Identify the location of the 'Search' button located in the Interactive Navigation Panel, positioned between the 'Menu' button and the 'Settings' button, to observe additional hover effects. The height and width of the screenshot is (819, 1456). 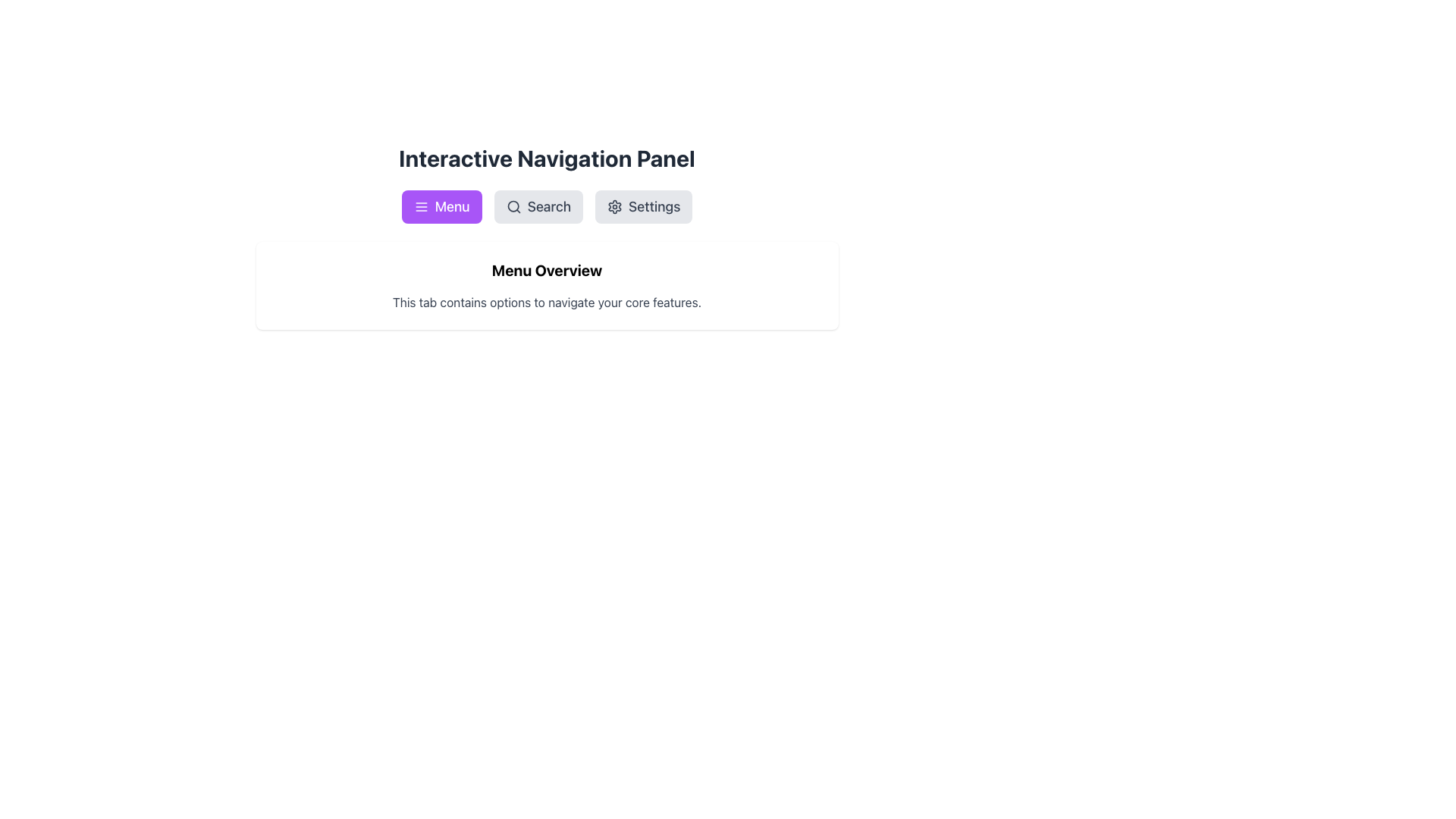
(538, 207).